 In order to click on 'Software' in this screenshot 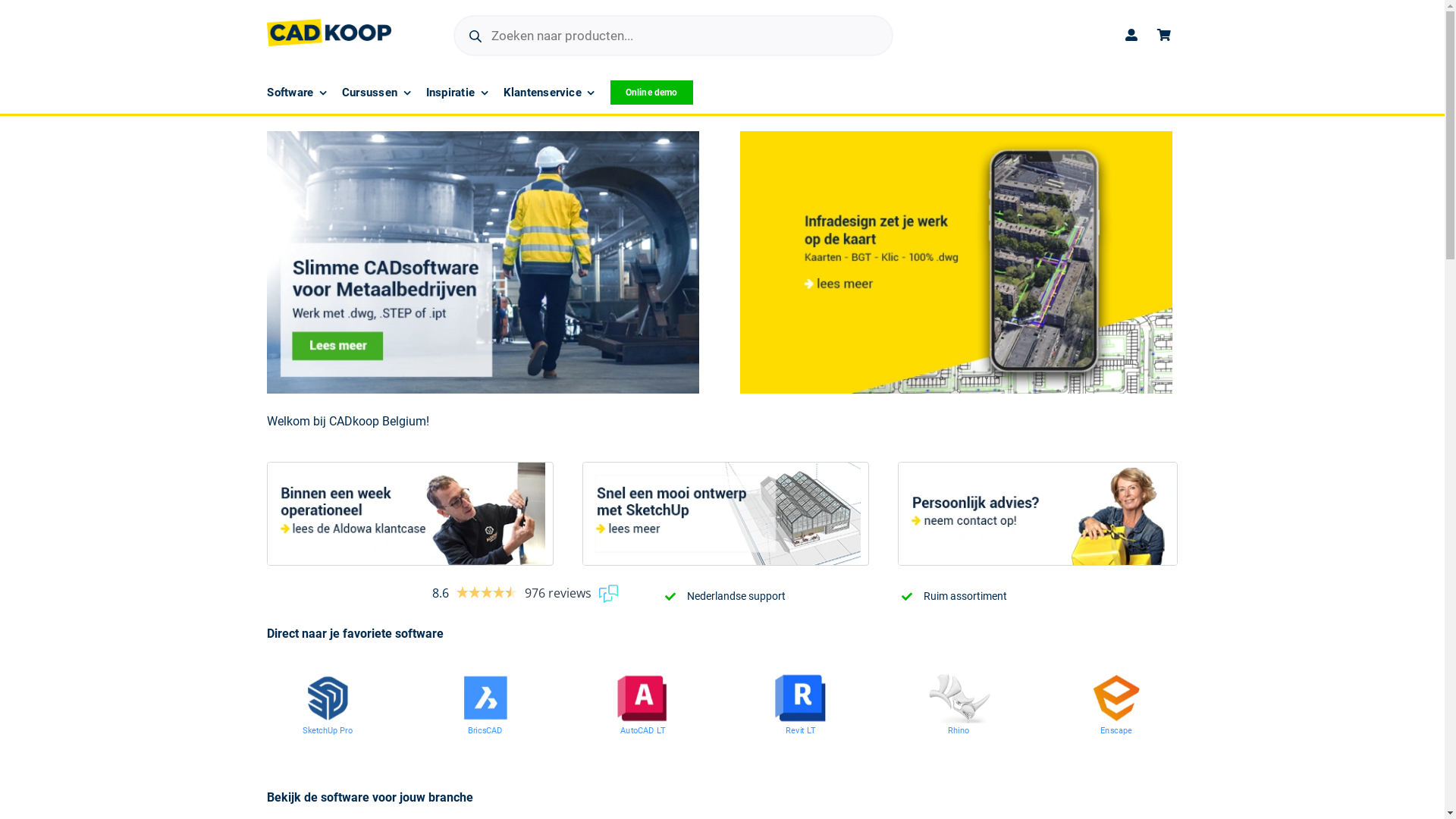, I will do `click(266, 93)`.